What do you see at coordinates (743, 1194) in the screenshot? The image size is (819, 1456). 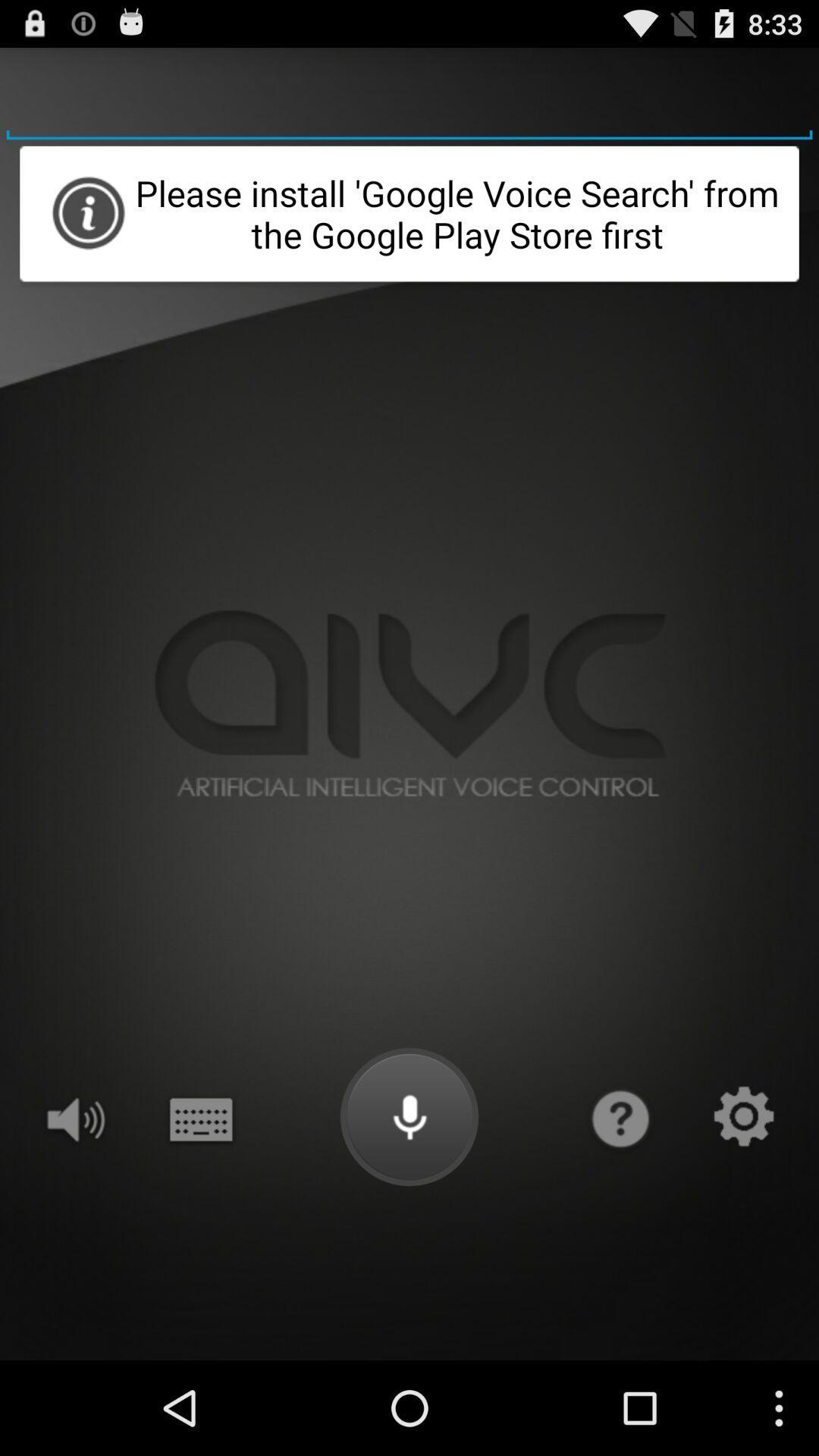 I see `the settings icon` at bounding box center [743, 1194].